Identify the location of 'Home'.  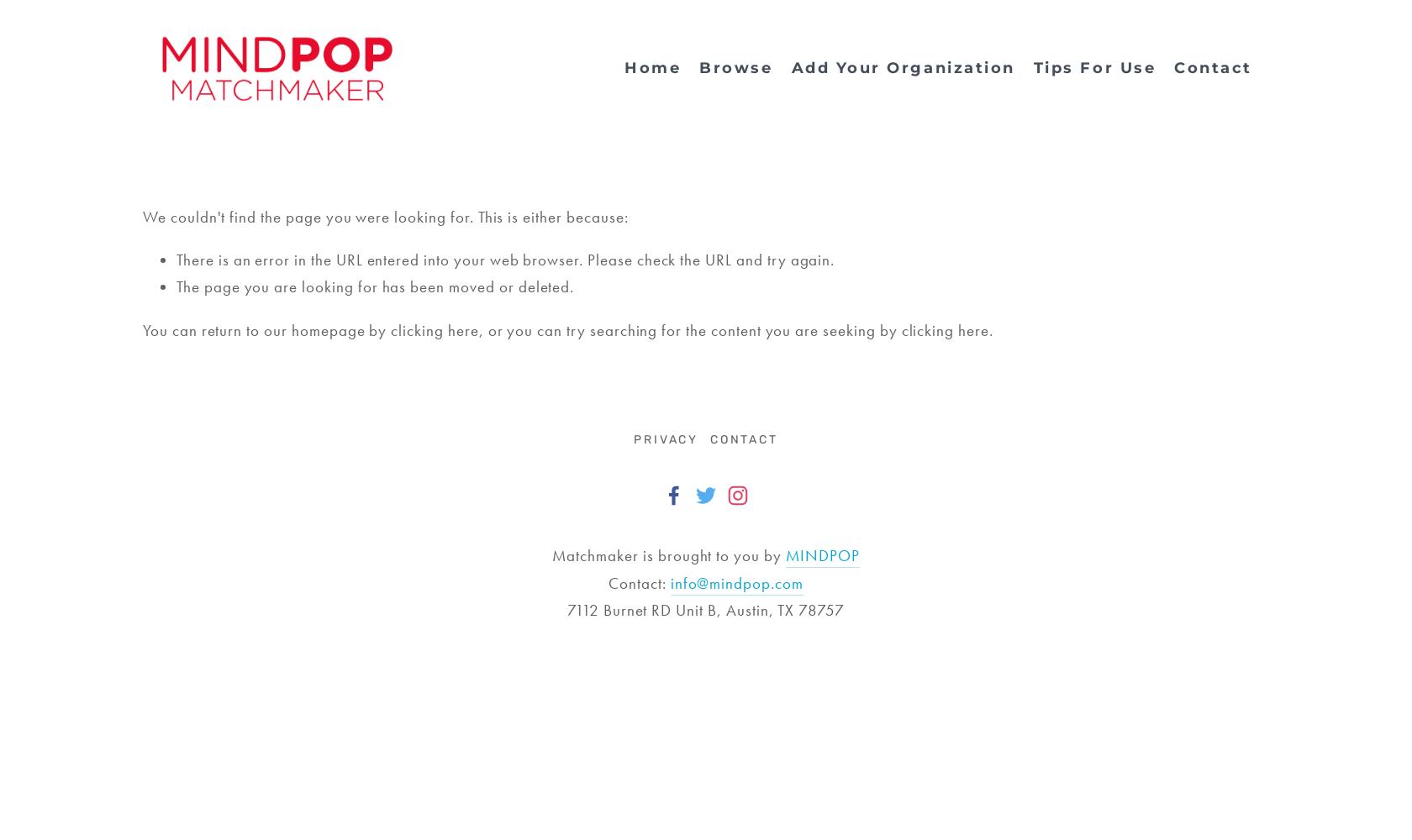
(652, 67).